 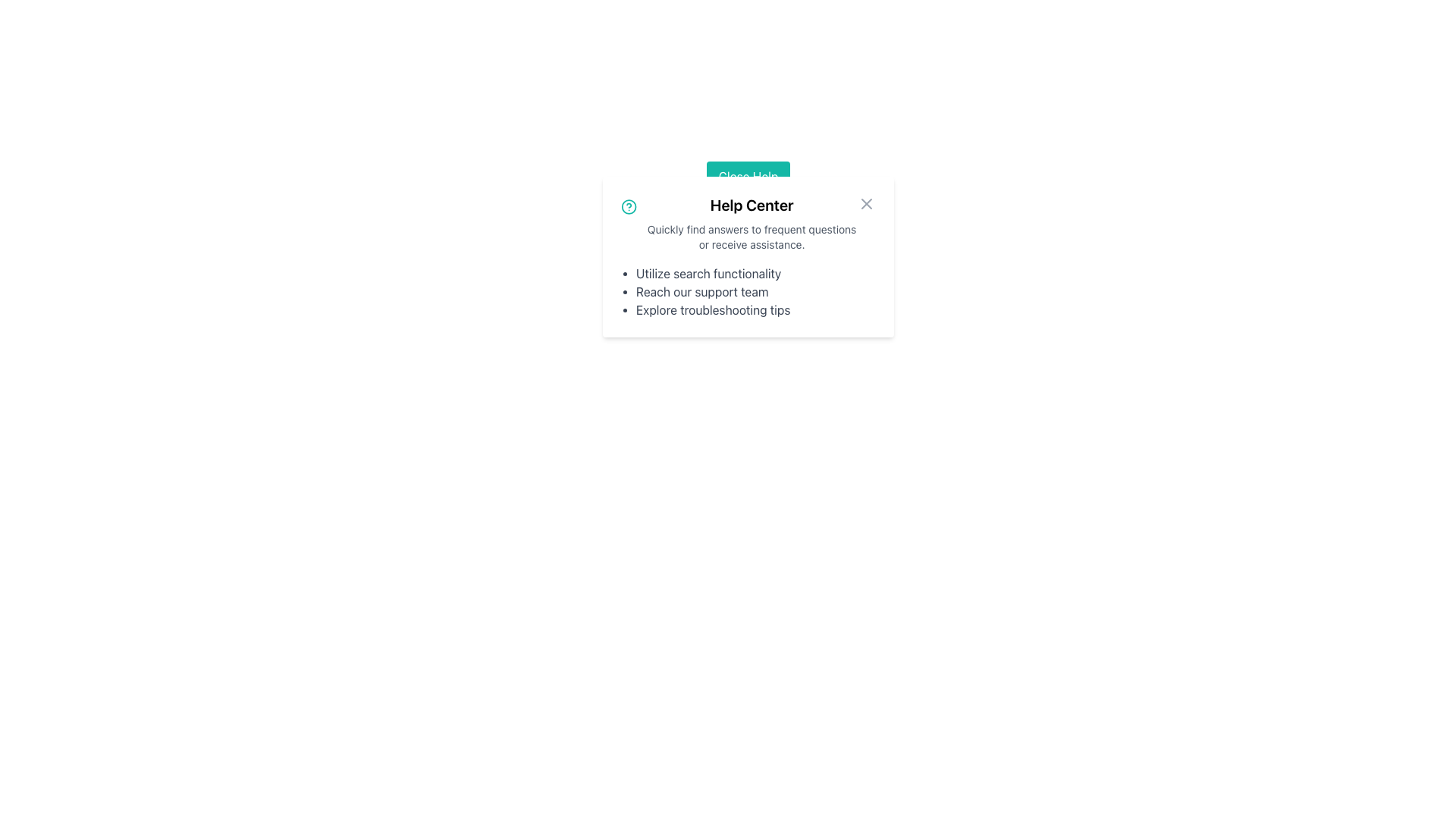 What do you see at coordinates (756, 309) in the screenshot?
I see `the third item in the bulleted list within the help center popup that provides troubleshooting advice` at bounding box center [756, 309].